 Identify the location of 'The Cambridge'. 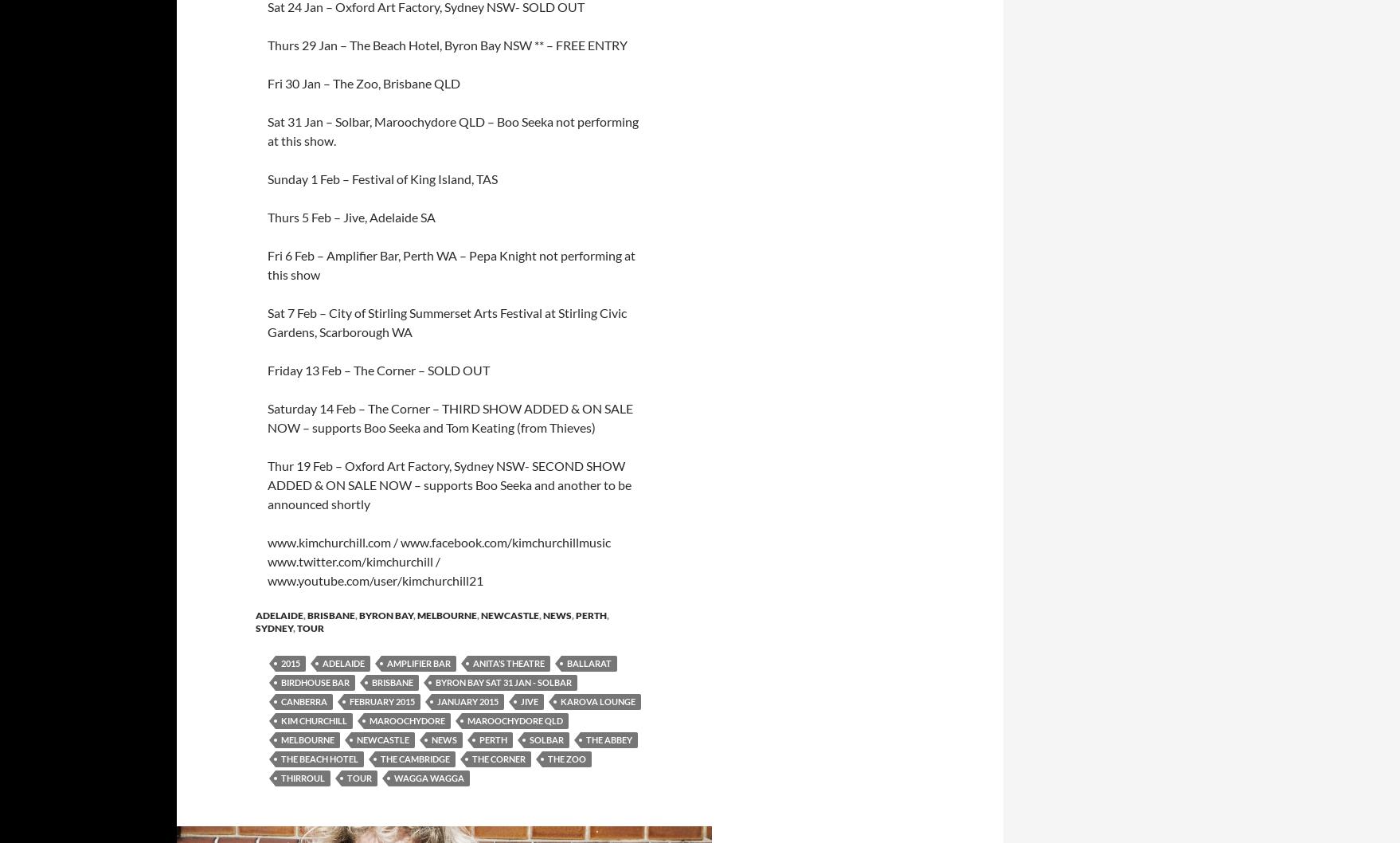
(414, 759).